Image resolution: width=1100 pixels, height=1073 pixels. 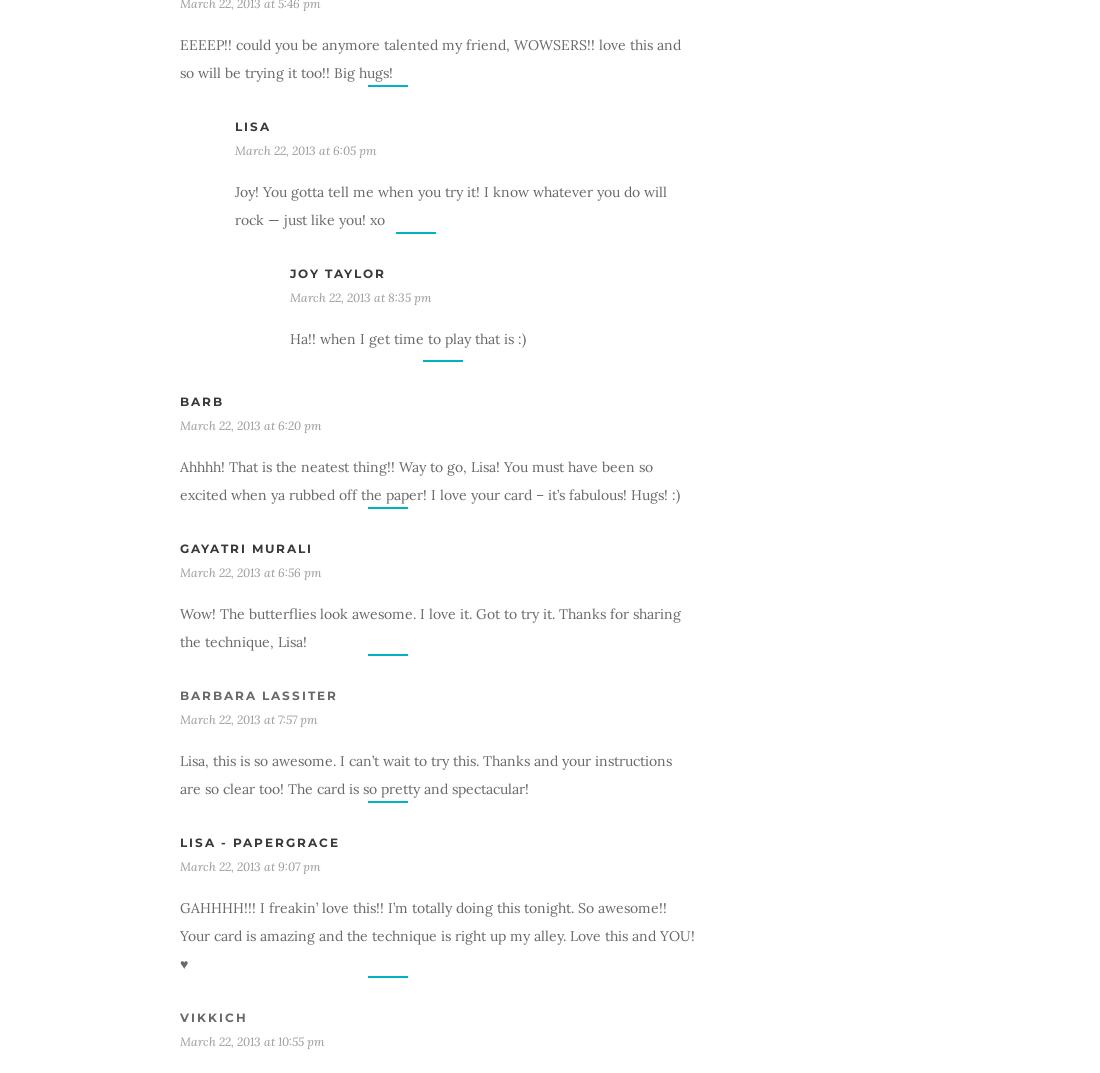 What do you see at coordinates (337, 271) in the screenshot?
I see `'Joy Taylor'` at bounding box center [337, 271].